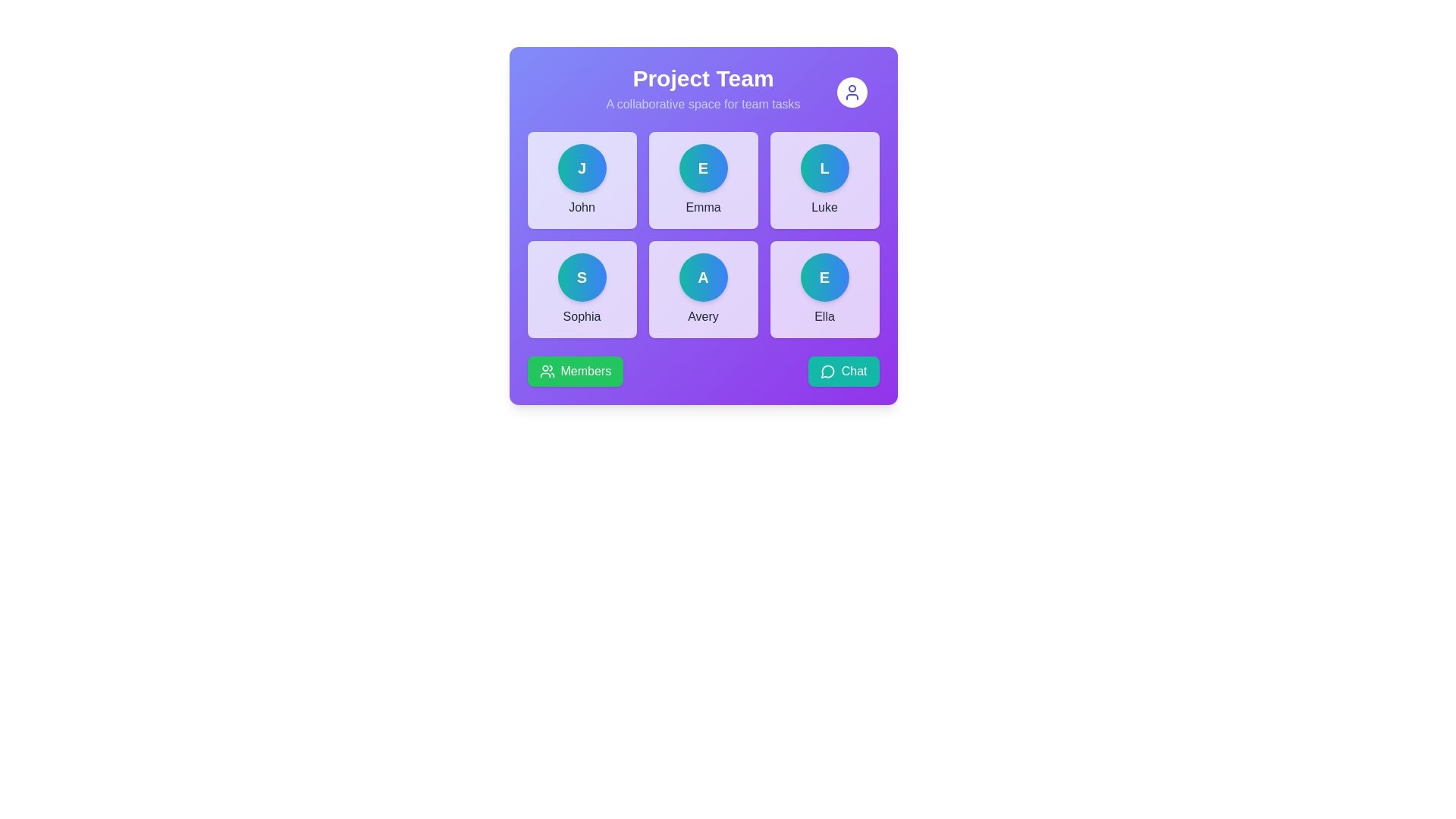 This screenshot has height=819, width=1456. What do you see at coordinates (702, 315) in the screenshot?
I see `the label displaying the text 'Avery' located at the center bottom of the card below the icon with the letter 'A'` at bounding box center [702, 315].